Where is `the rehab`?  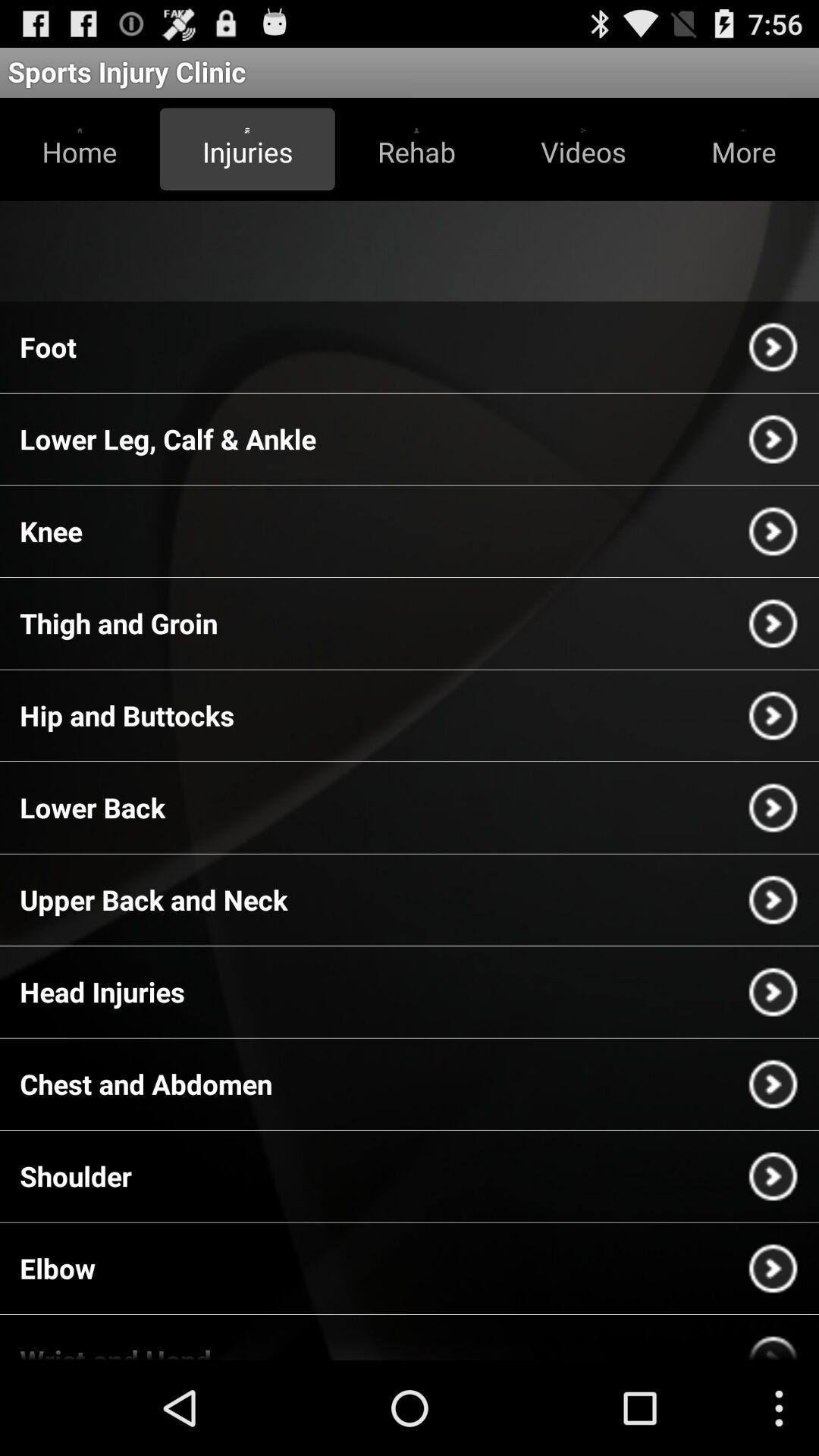
the rehab is located at coordinates (416, 149).